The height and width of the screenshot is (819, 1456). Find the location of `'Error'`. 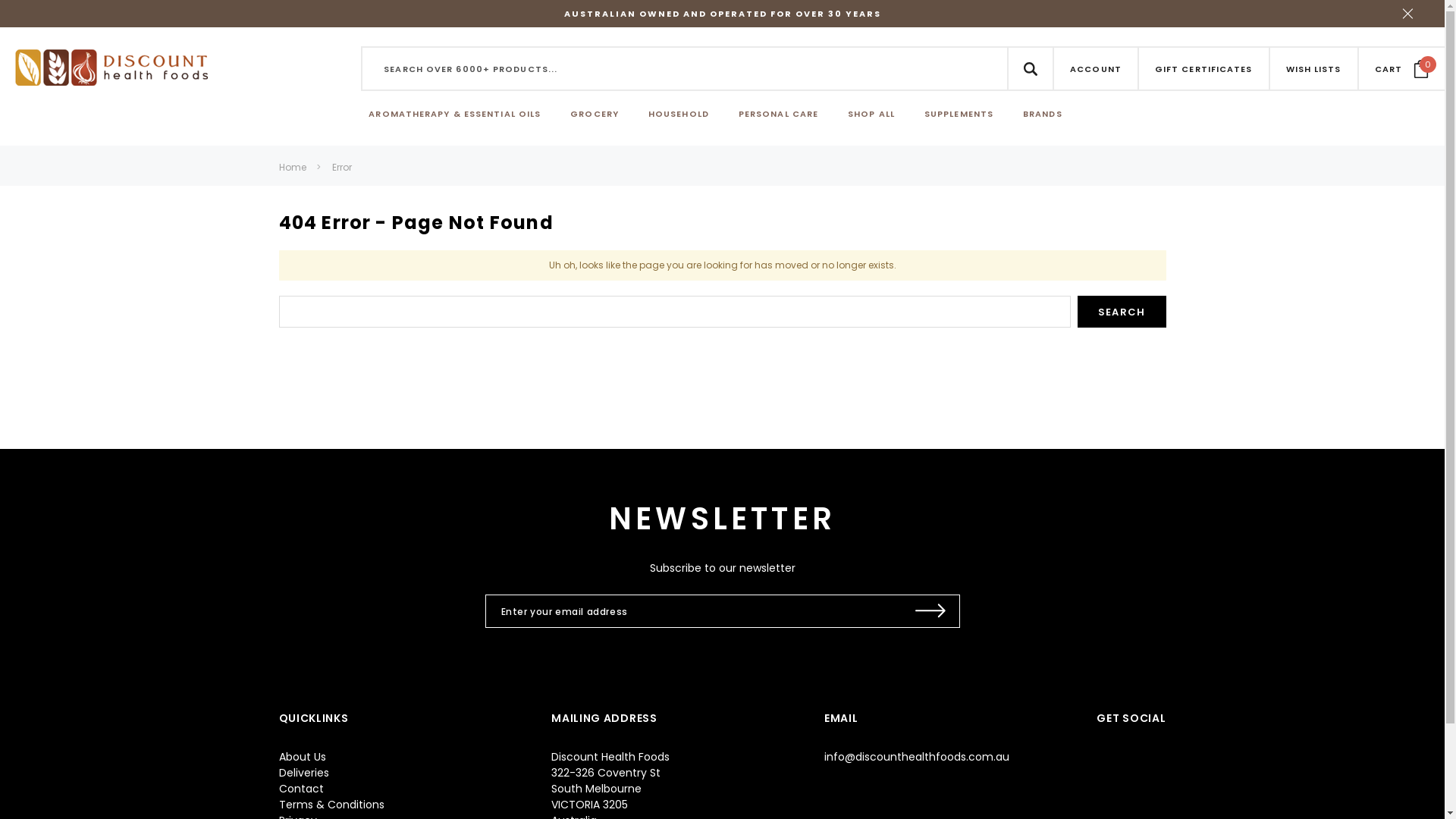

'Error' is located at coordinates (341, 167).